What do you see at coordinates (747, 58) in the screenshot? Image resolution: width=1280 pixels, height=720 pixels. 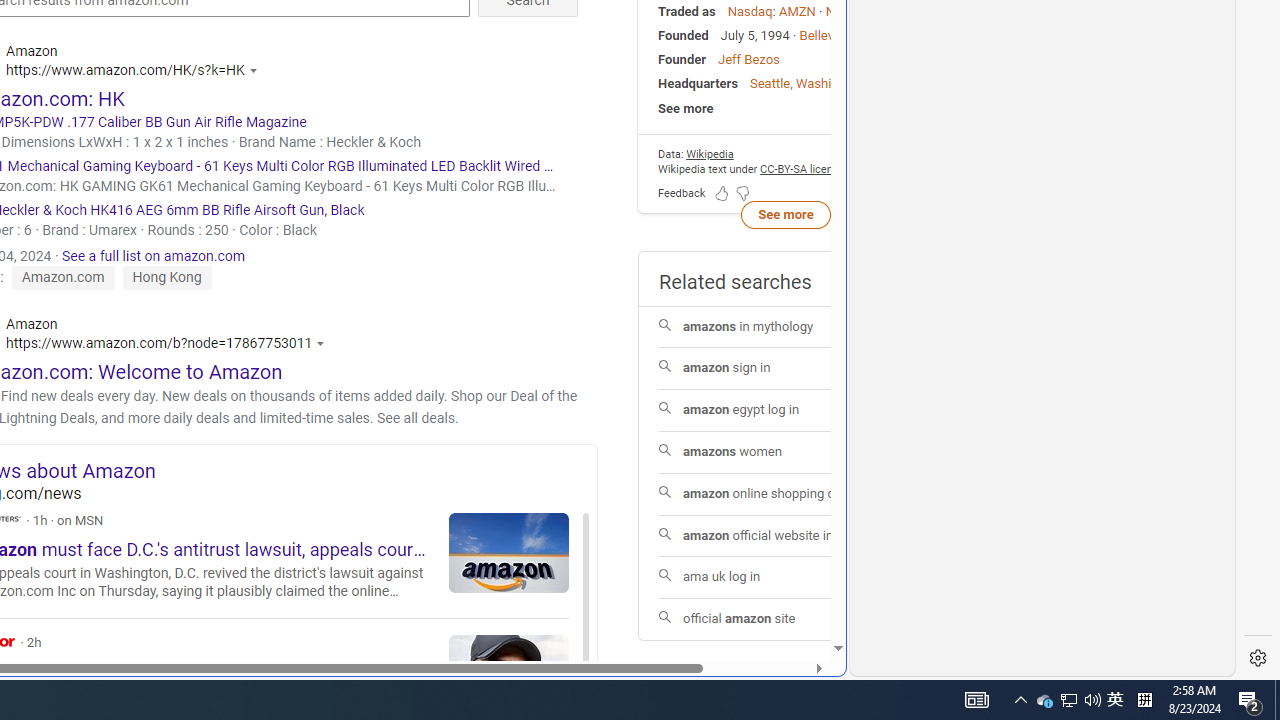 I see `'Jeff Bezos'` at bounding box center [747, 58].